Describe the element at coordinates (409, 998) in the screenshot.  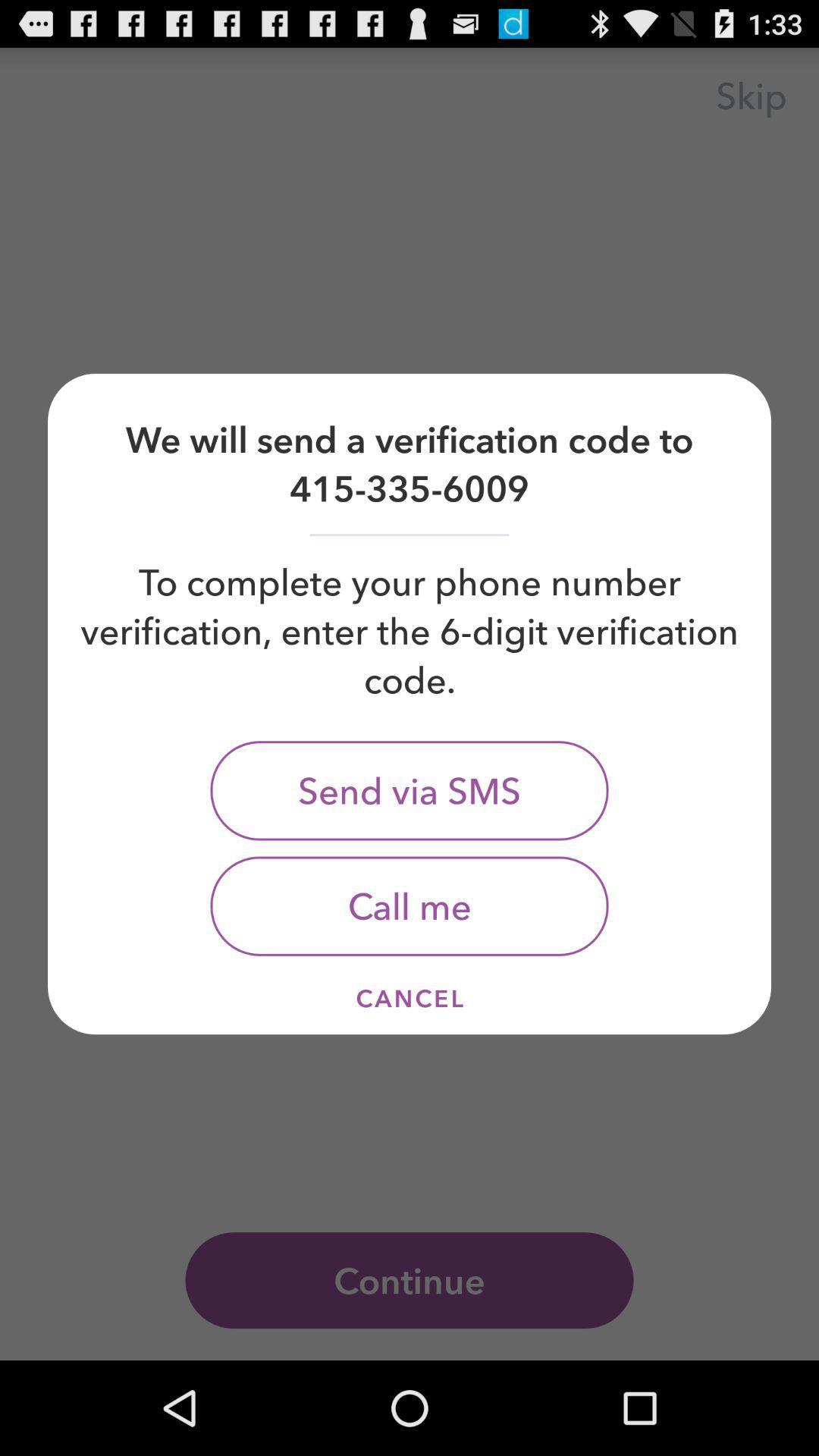
I see `item at the bottom` at that location.